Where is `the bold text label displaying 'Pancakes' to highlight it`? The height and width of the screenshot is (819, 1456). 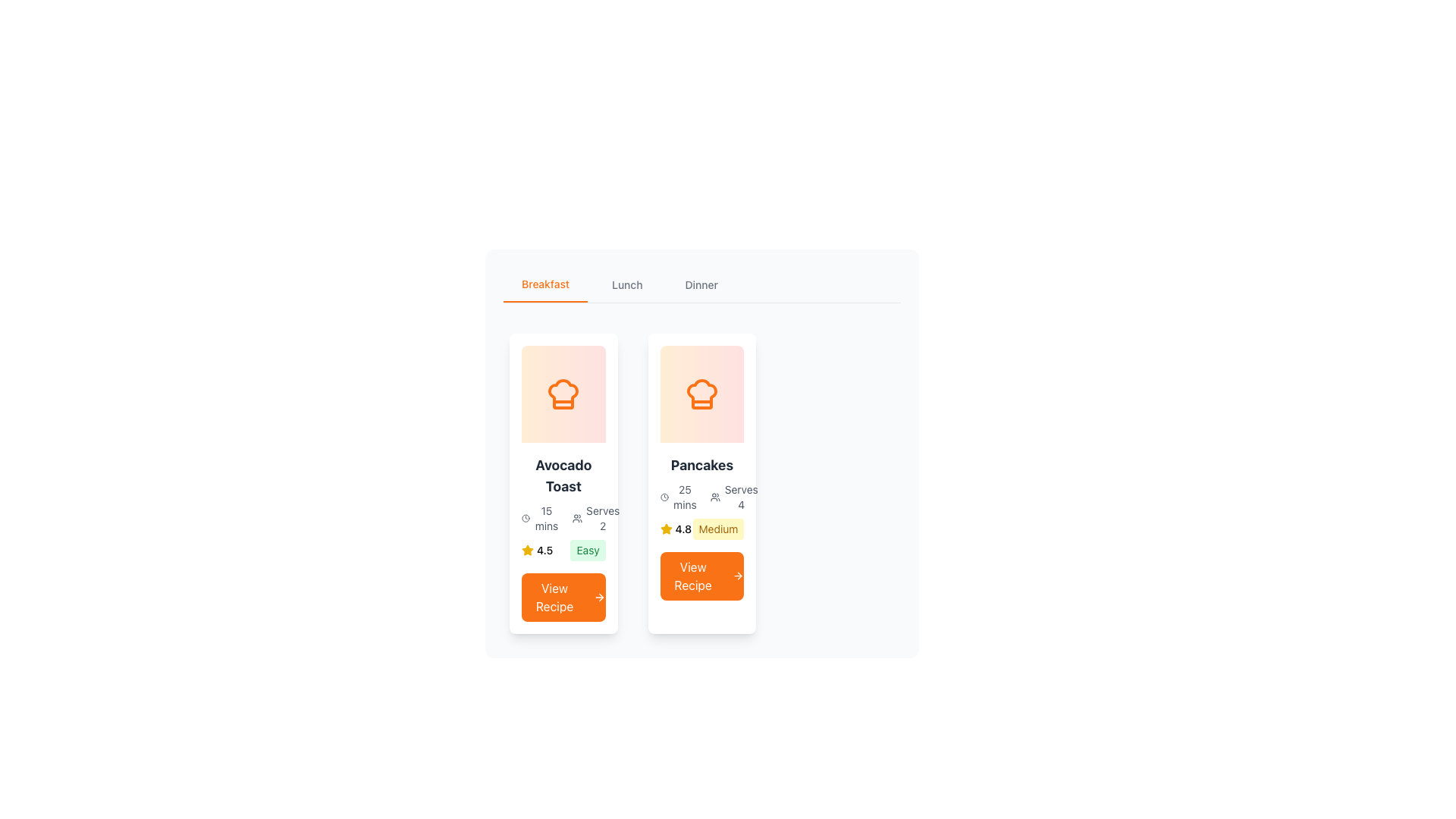 the bold text label displaying 'Pancakes' to highlight it is located at coordinates (701, 464).